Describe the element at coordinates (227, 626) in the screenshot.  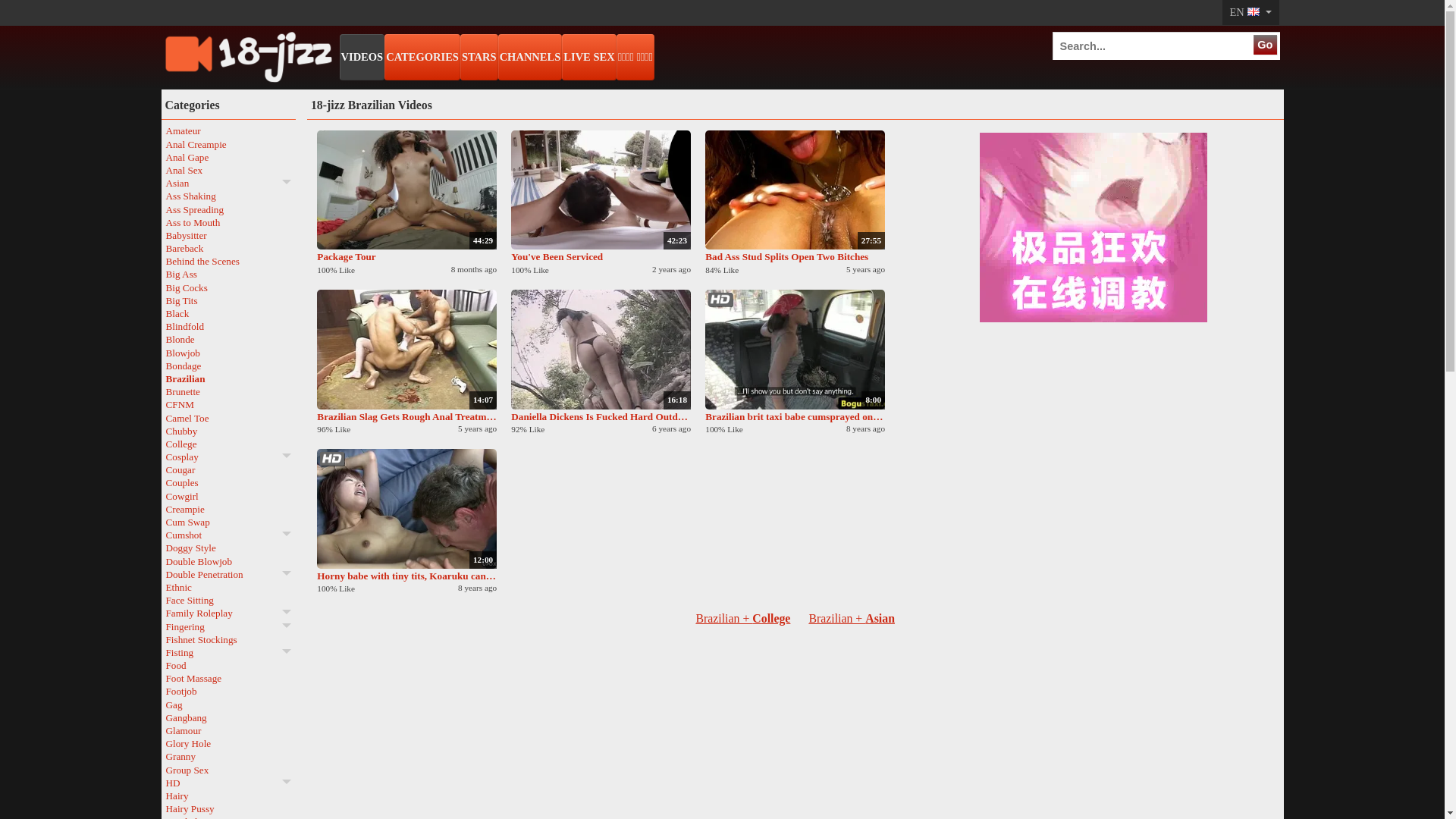
I see `'Fingering'` at that location.